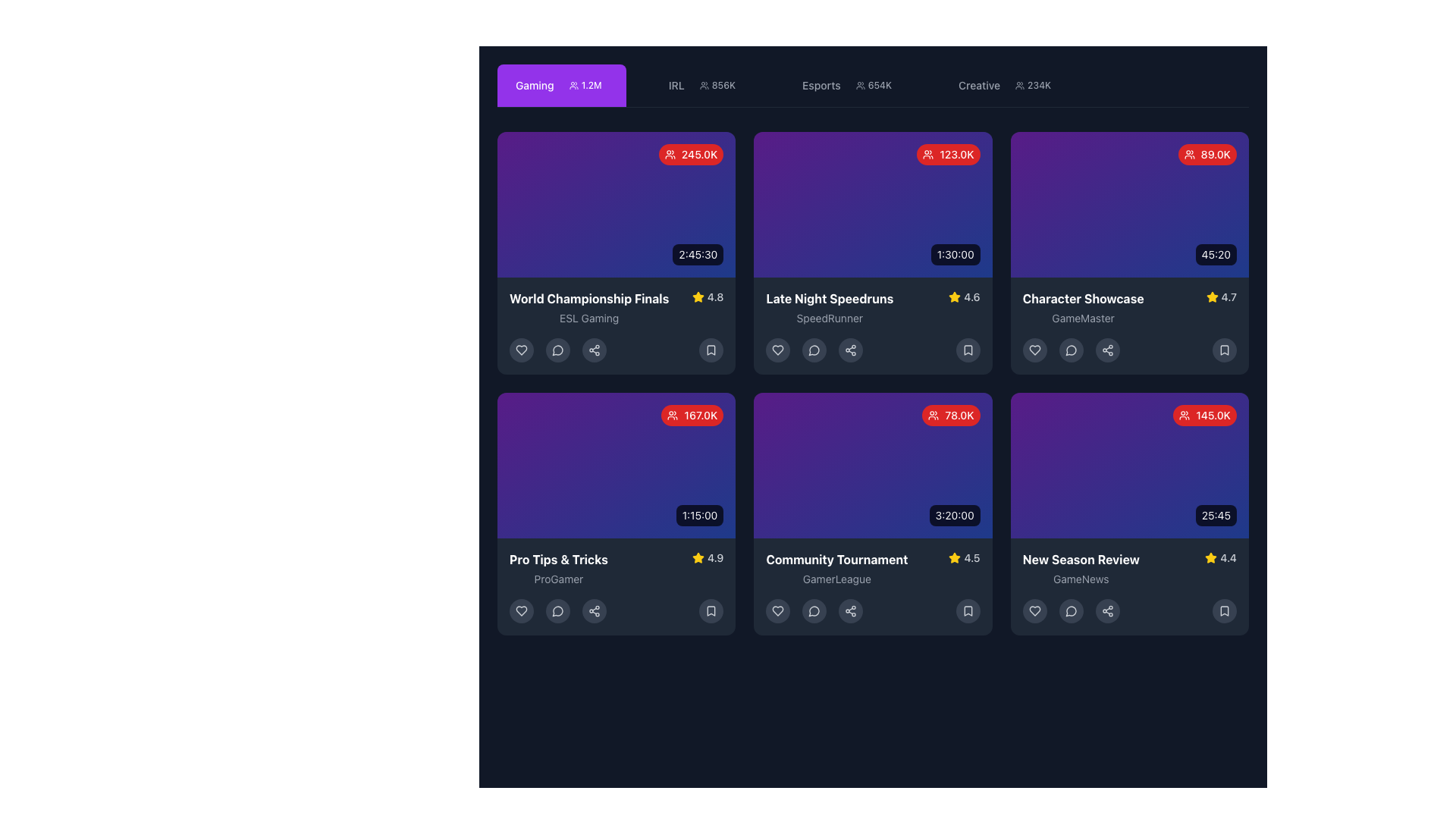 This screenshot has width=1456, height=819. I want to click on the heart button, which is the first button in a row of circular buttons below the 'New Season Review' content, to indicate interest in the content, so click(1034, 610).